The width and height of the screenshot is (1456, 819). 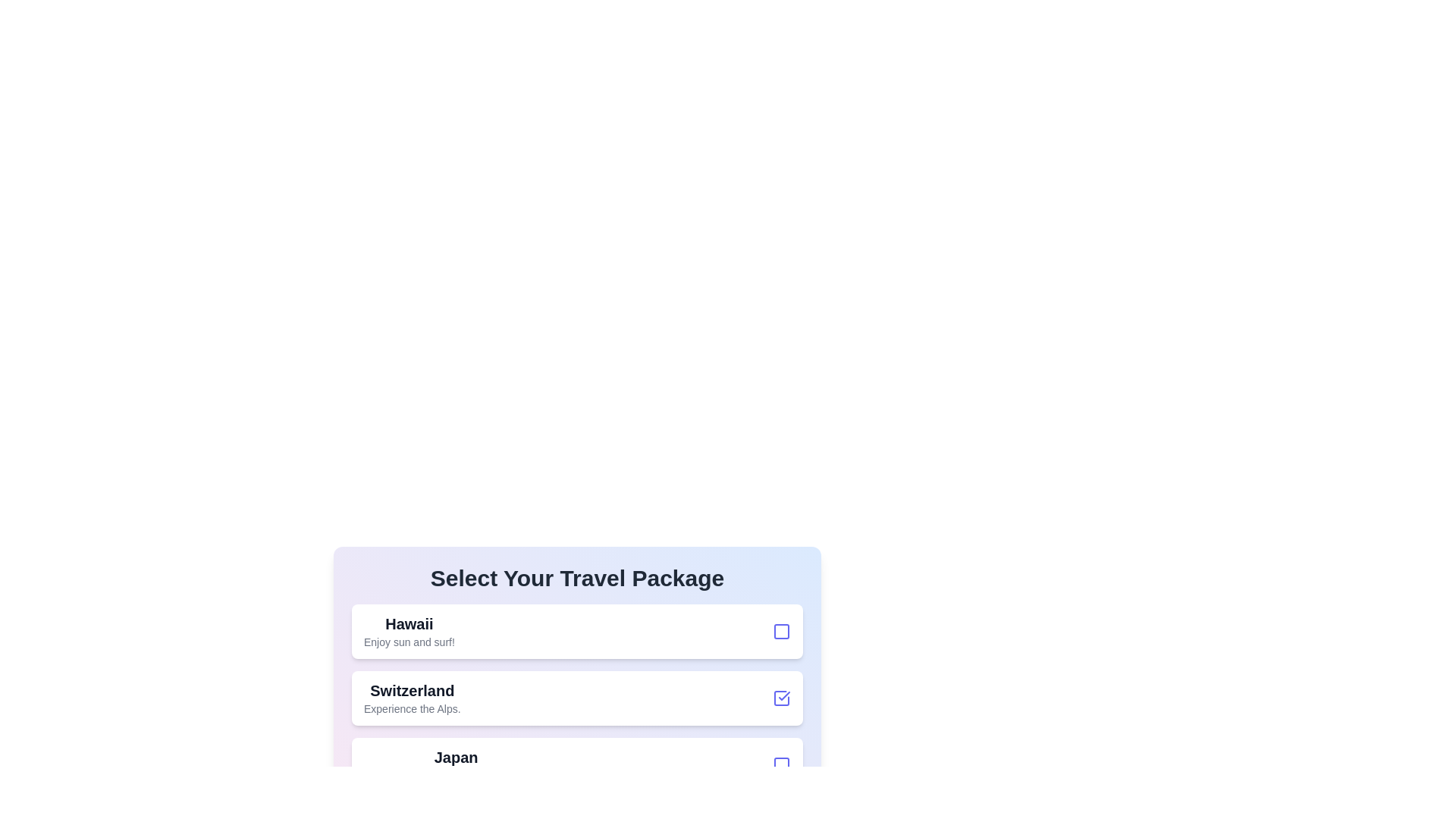 I want to click on the travel package list item corresponding to Hawaii, so click(x=576, y=632).